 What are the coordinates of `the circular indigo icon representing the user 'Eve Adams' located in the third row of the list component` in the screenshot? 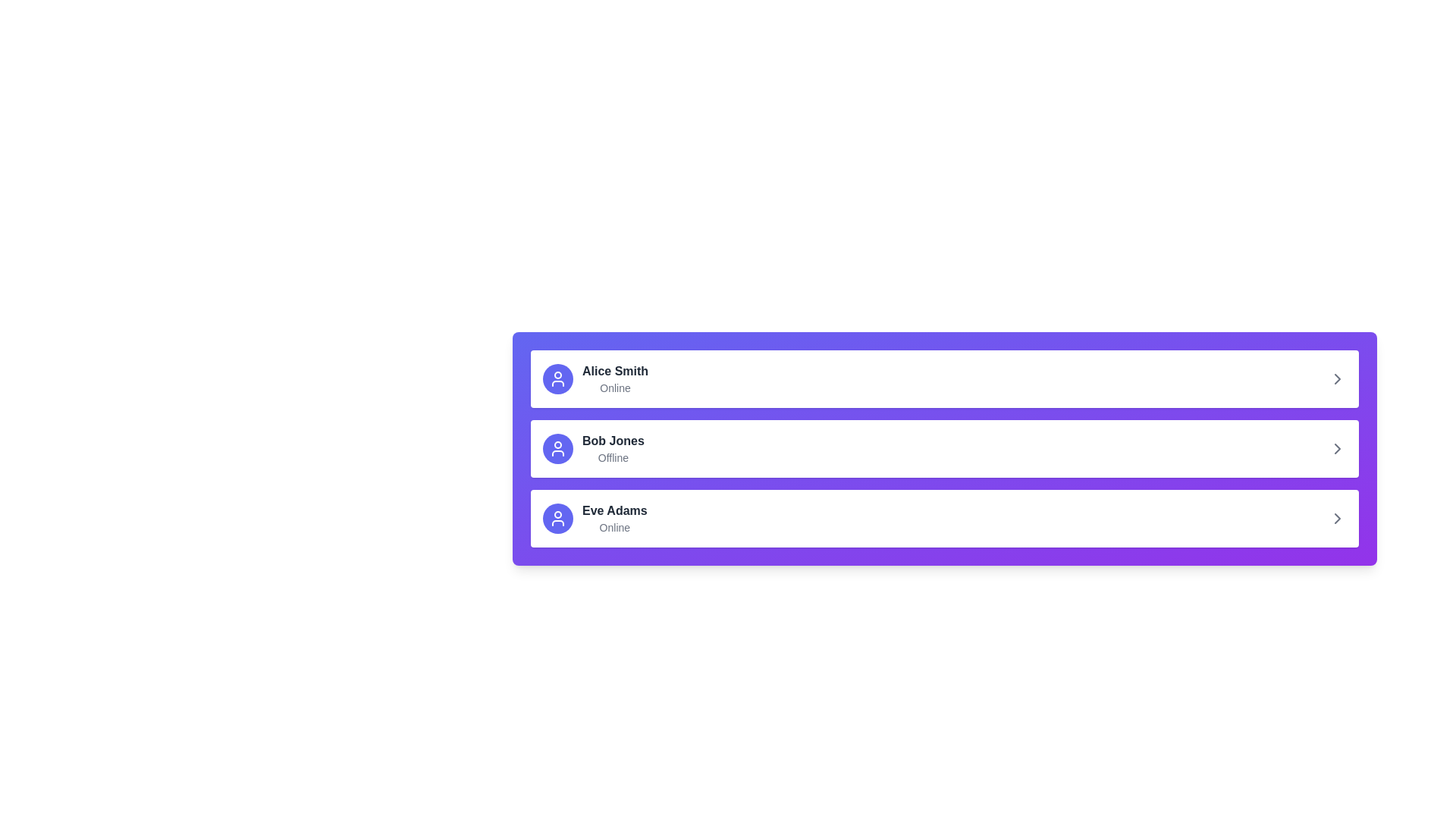 It's located at (557, 517).